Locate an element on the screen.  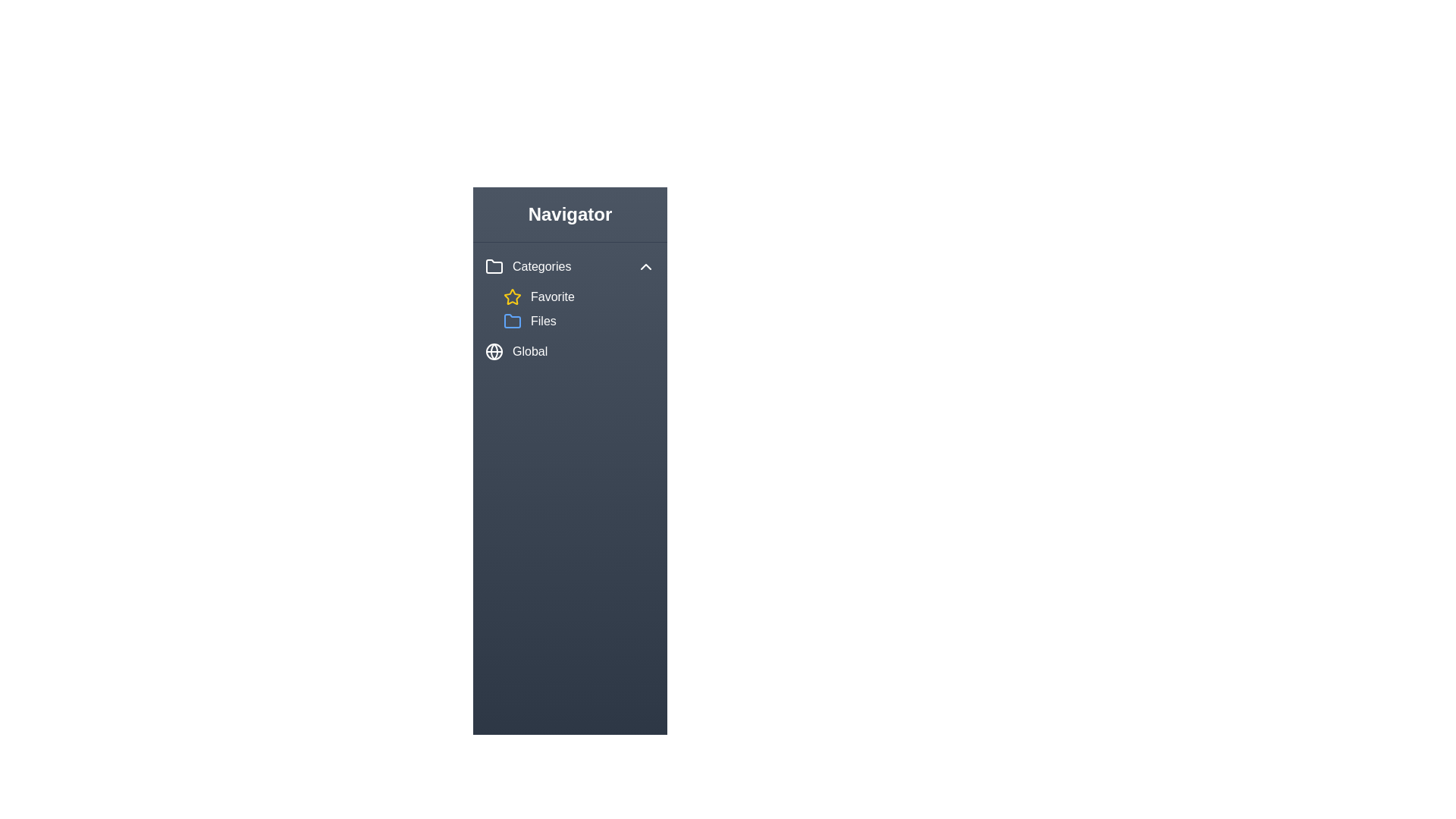
the 'Global' item in the navigation sidebar is located at coordinates (570, 351).